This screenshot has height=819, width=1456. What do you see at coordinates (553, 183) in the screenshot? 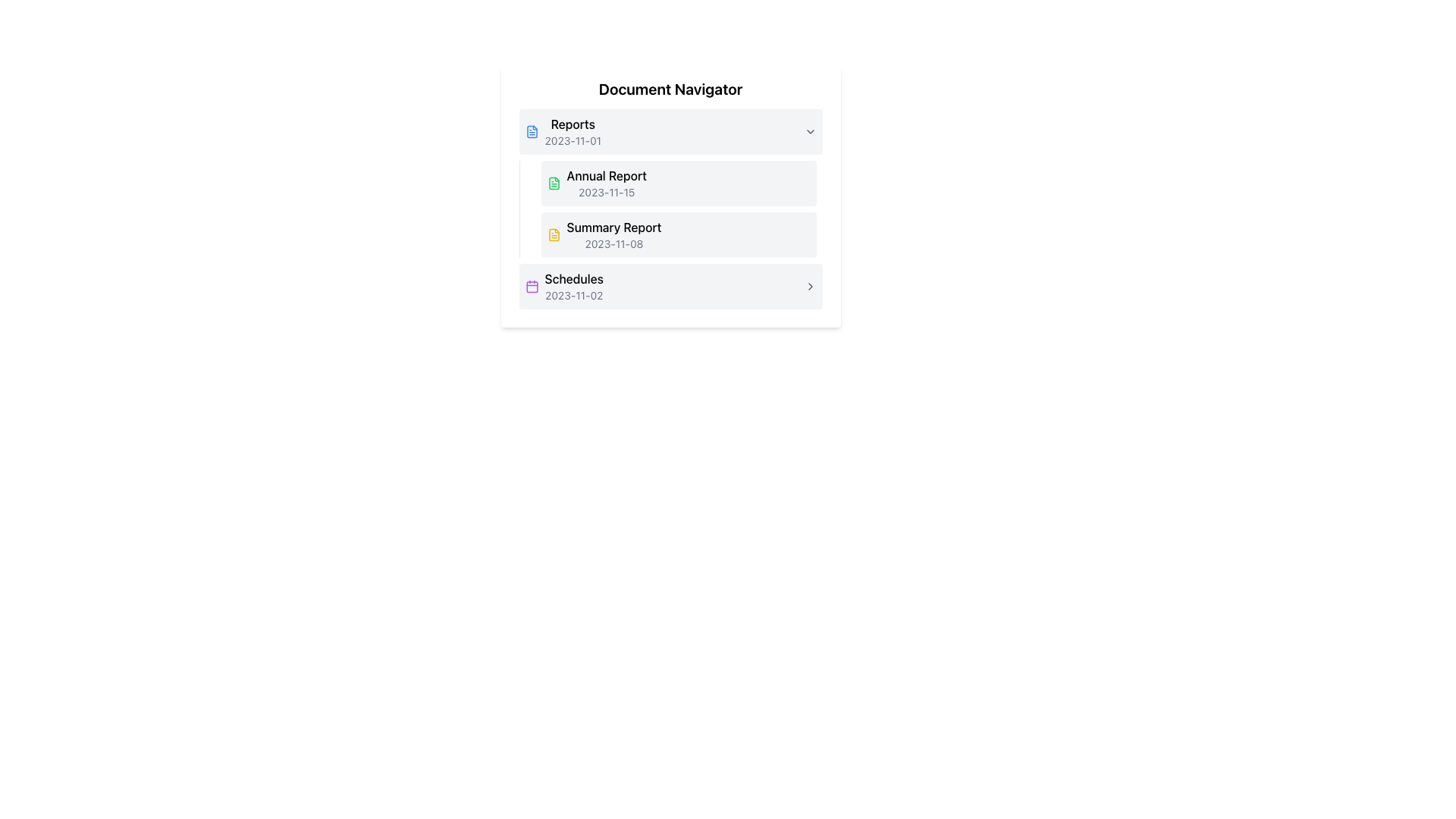
I see `the file icon represented by a green geometric shape with a rectangular base and a folded corner, located in the 'Annual Report' section under 'Reports'` at bounding box center [553, 183].